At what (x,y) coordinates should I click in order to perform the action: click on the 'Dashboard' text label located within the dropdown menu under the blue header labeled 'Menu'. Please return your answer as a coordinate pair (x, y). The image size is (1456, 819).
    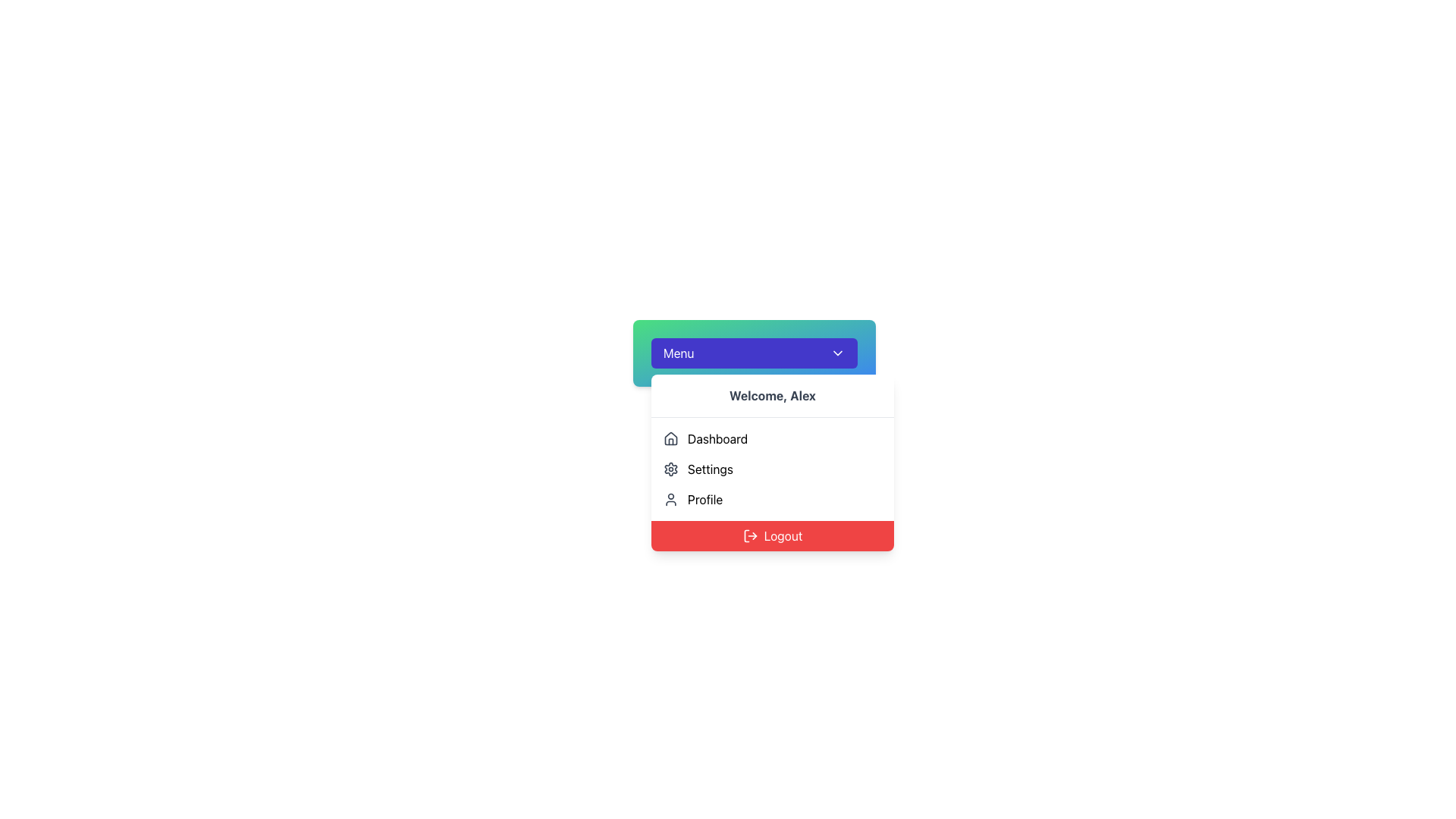
    Looking at the image, I should click on (717, 438).